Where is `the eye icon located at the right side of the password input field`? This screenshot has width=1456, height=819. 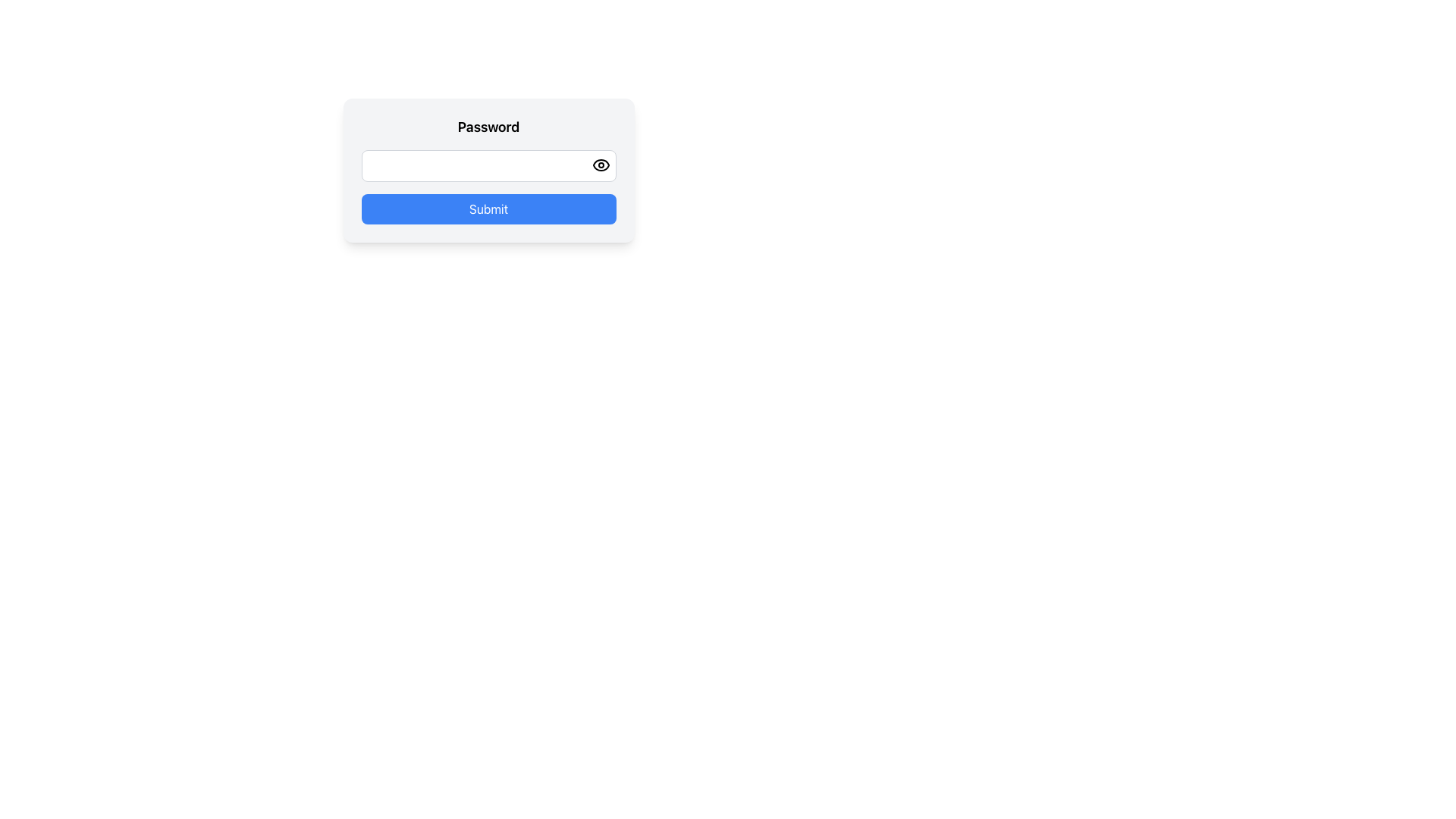
the eye icon located at the right side of the password input field is located at coordinates (600, 165).